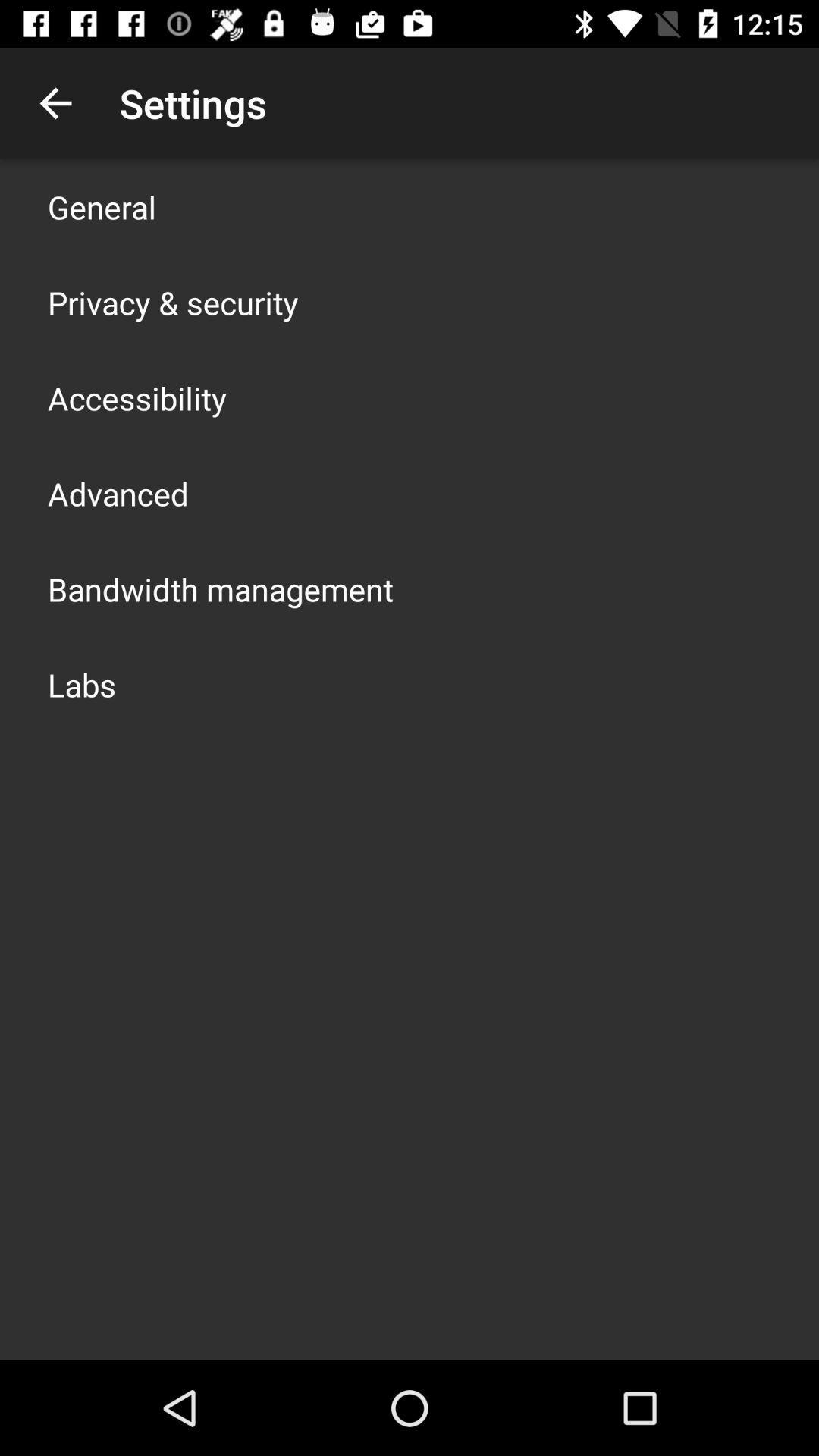 This screenshot has width=819, height=1456. I want to click on the item above the accessibility app, so click(172, 302).